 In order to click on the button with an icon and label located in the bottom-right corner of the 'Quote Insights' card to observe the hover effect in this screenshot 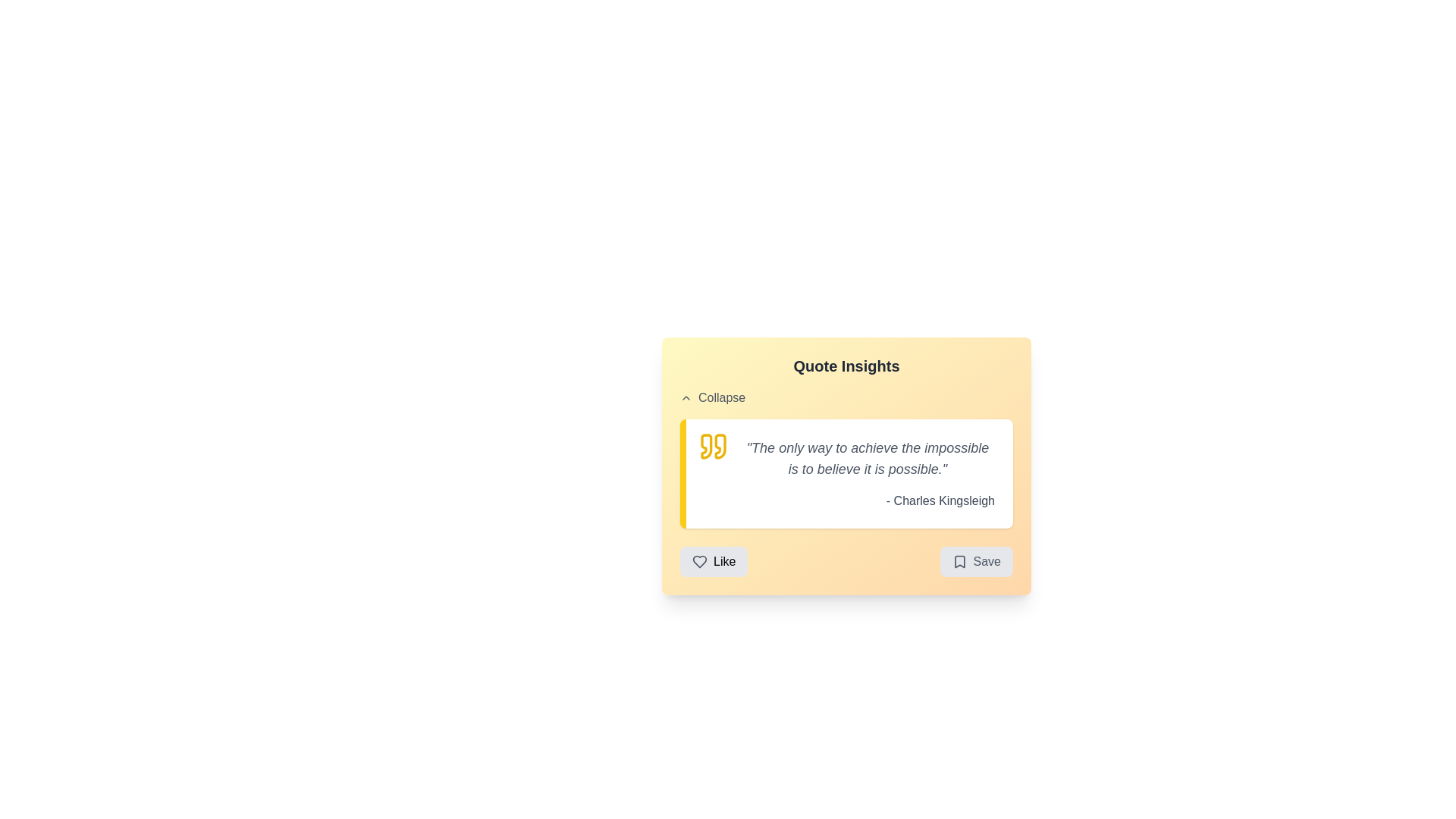, I will do `click(976, 561)`.